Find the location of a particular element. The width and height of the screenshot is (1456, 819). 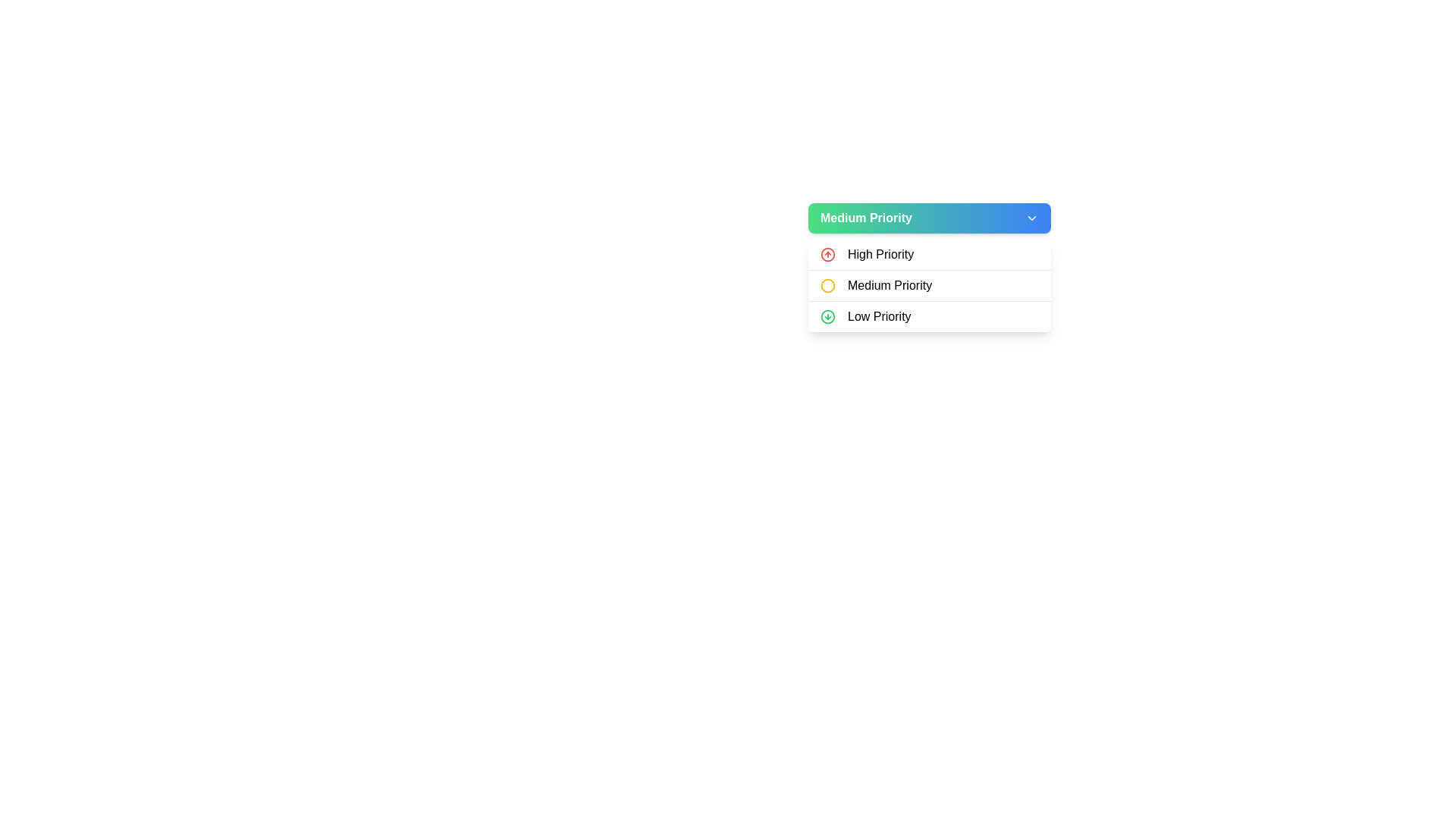

the SVG graphic element depicting a circular boundary for an upward arrow in the dropdown list, which serves an aesthetic purpose is located at coordinates (827, 253).